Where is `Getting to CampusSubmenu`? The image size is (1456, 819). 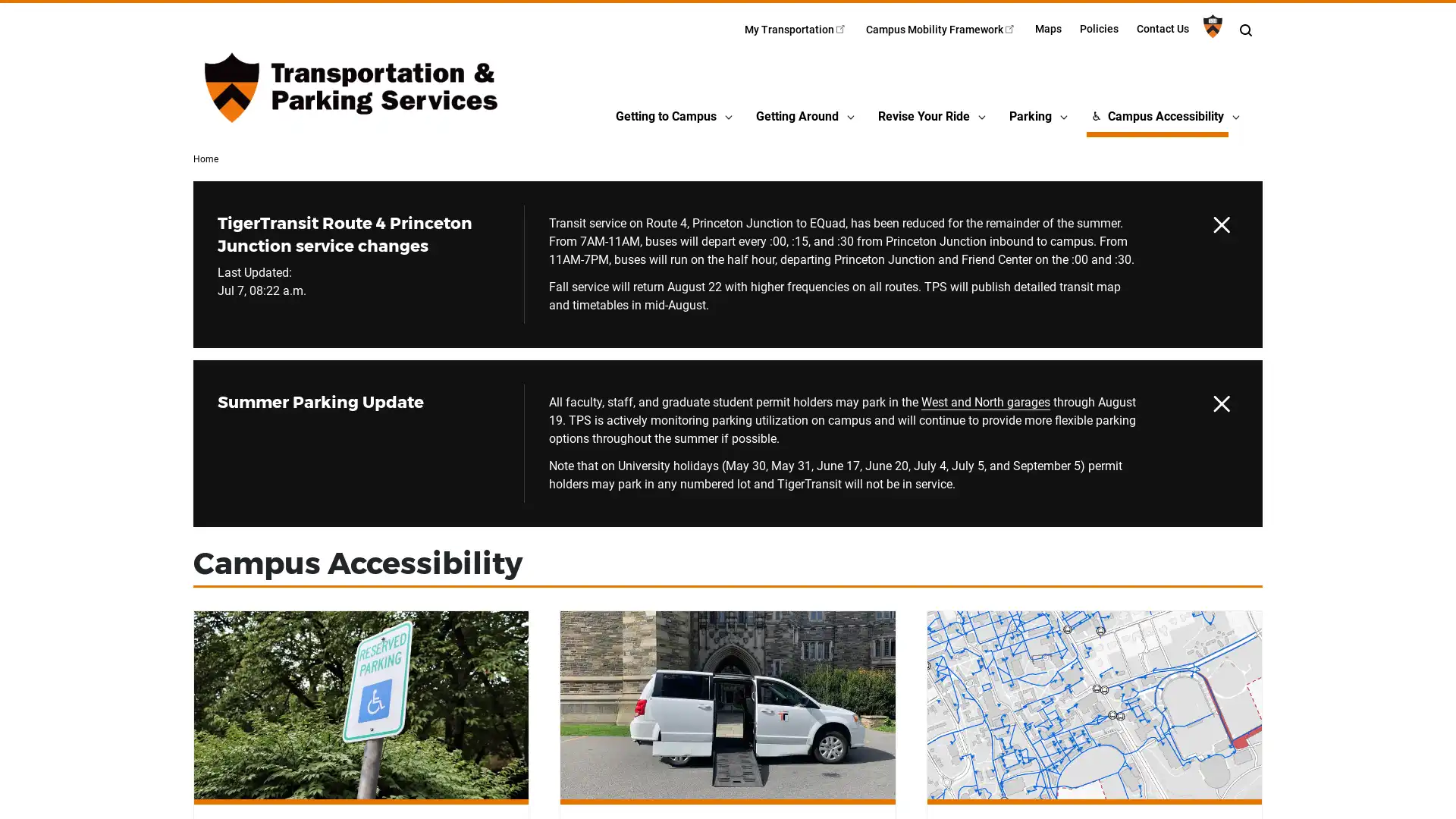 Getting to CampusSubmenu is located at coordinates (728, 116).